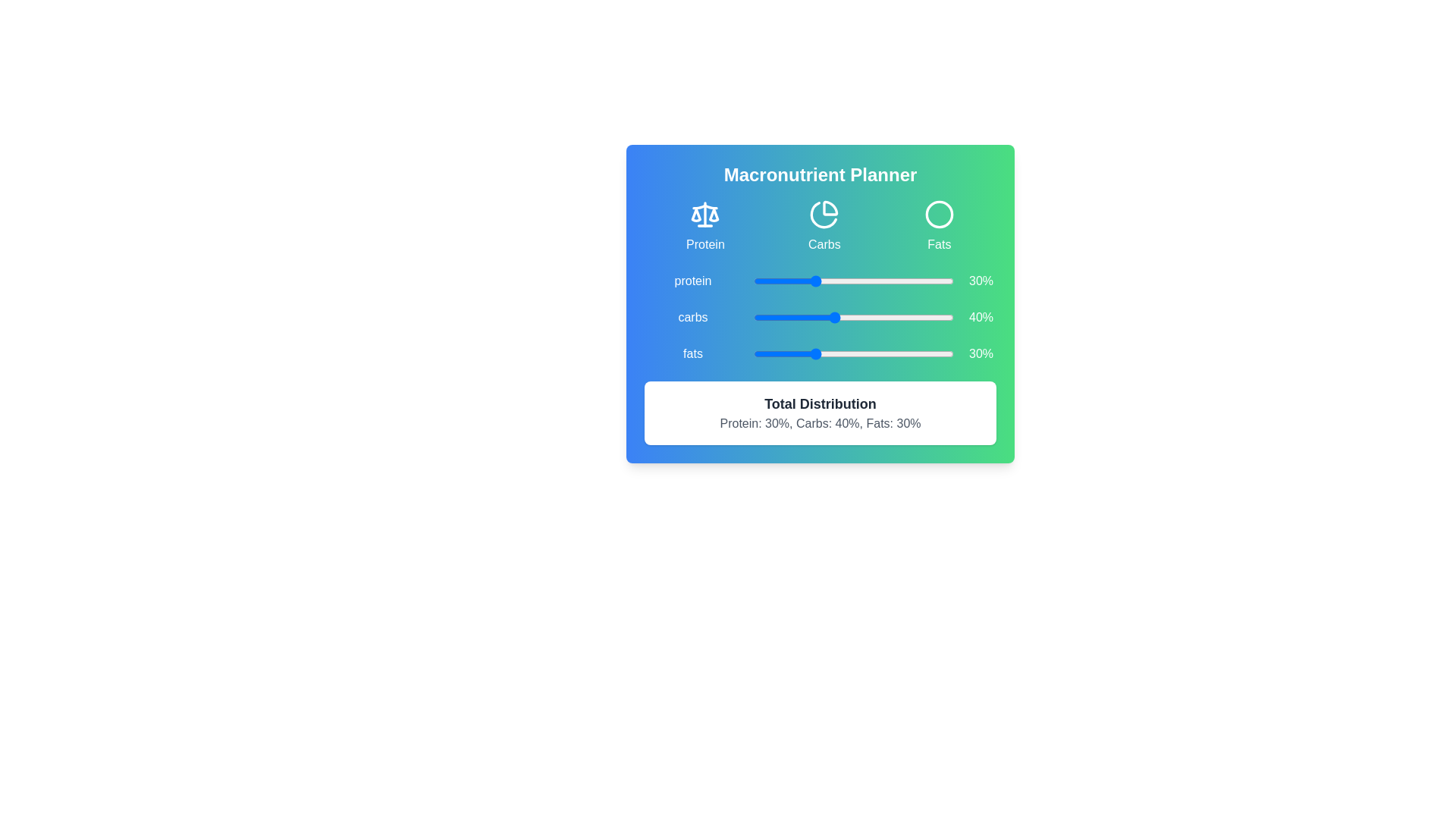 The image size is (1456, 819). I want to click on the fats percentage, so click(786, 353).